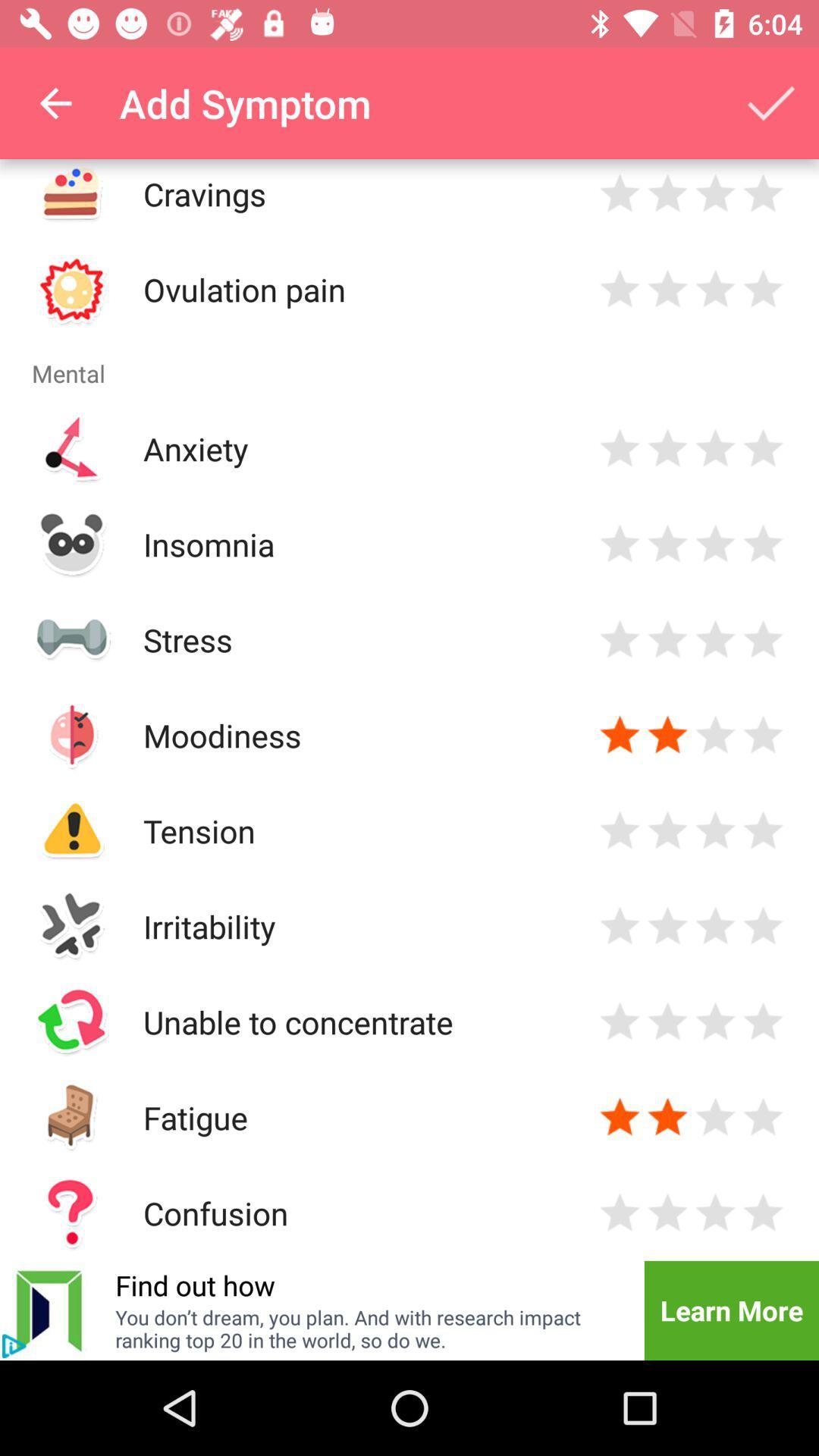  Describe the element at coordinates (763, 735) in the screenshot. I see `rank moodiness four stars out of four` at that location.